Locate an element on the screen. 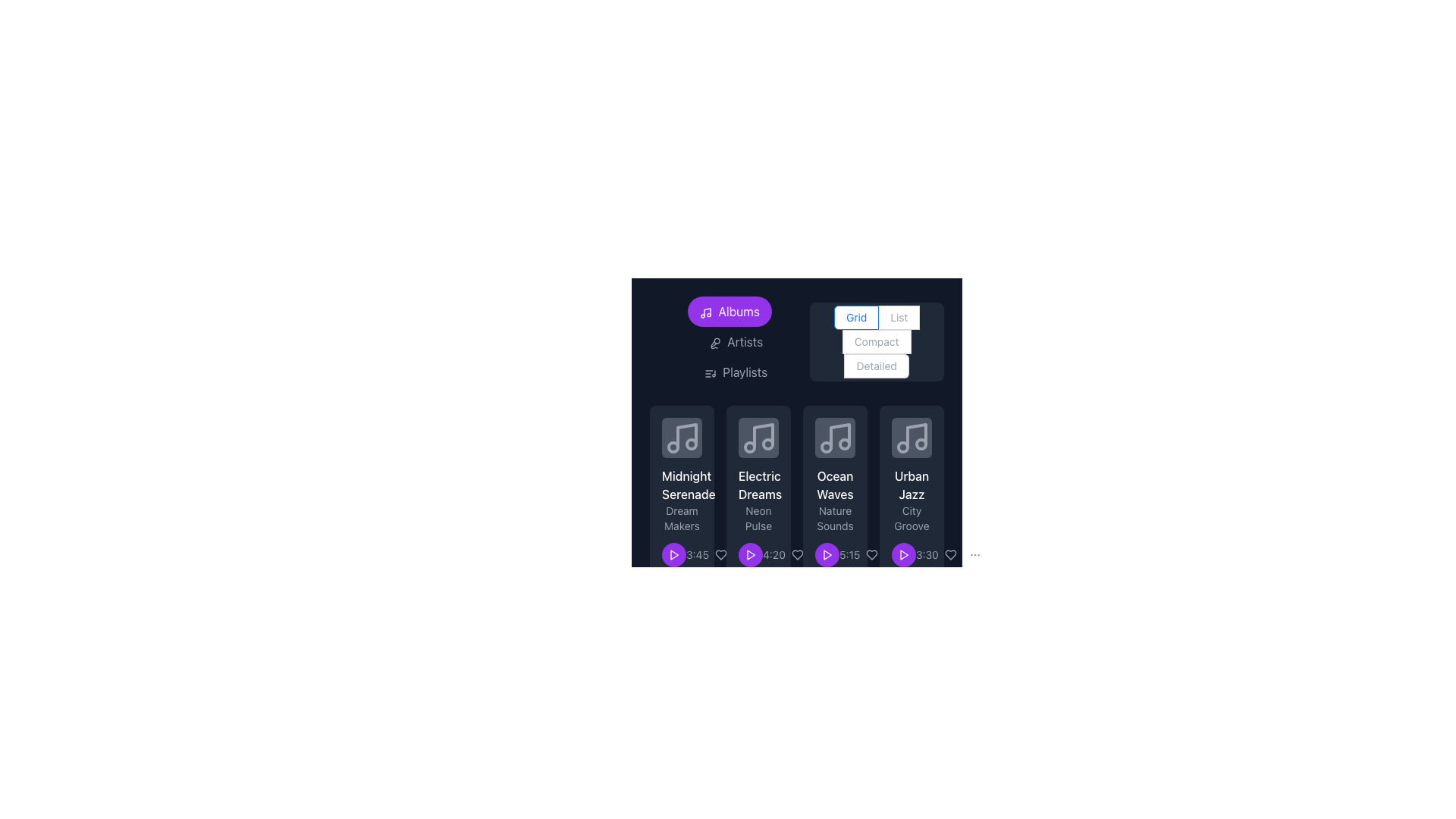 This screenshot has width=1456, height=819. the purple circular button with a play symbol and the gray text label '3:45' in the card titled 'Midnight Serenade' to change the button's color is located at coordinates (681, 555).